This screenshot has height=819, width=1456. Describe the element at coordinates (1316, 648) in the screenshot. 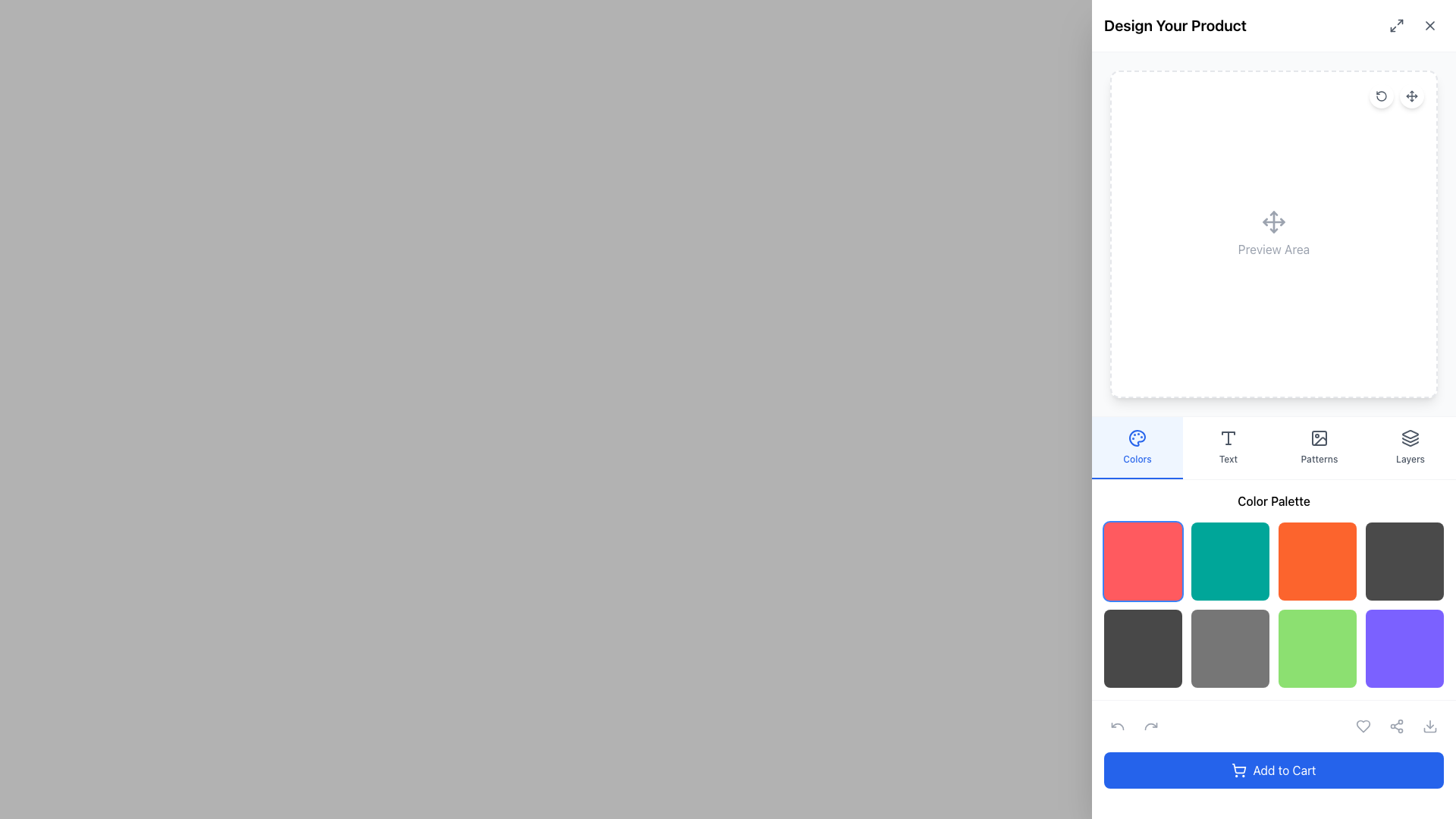

I see `the bright green color selection box with rounded corners` at that location.